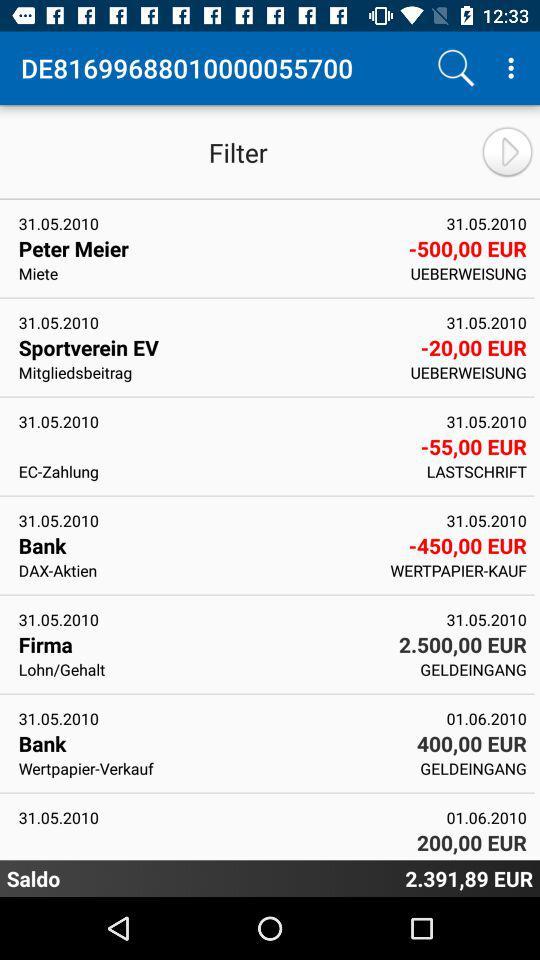 Image resolution: width=540 pixels, height=960 pixels. What do you see at coordinates (486, 857) in the screenshot?
I see `the icon above 2 391 89 icon` at bounding box center [486, 857].